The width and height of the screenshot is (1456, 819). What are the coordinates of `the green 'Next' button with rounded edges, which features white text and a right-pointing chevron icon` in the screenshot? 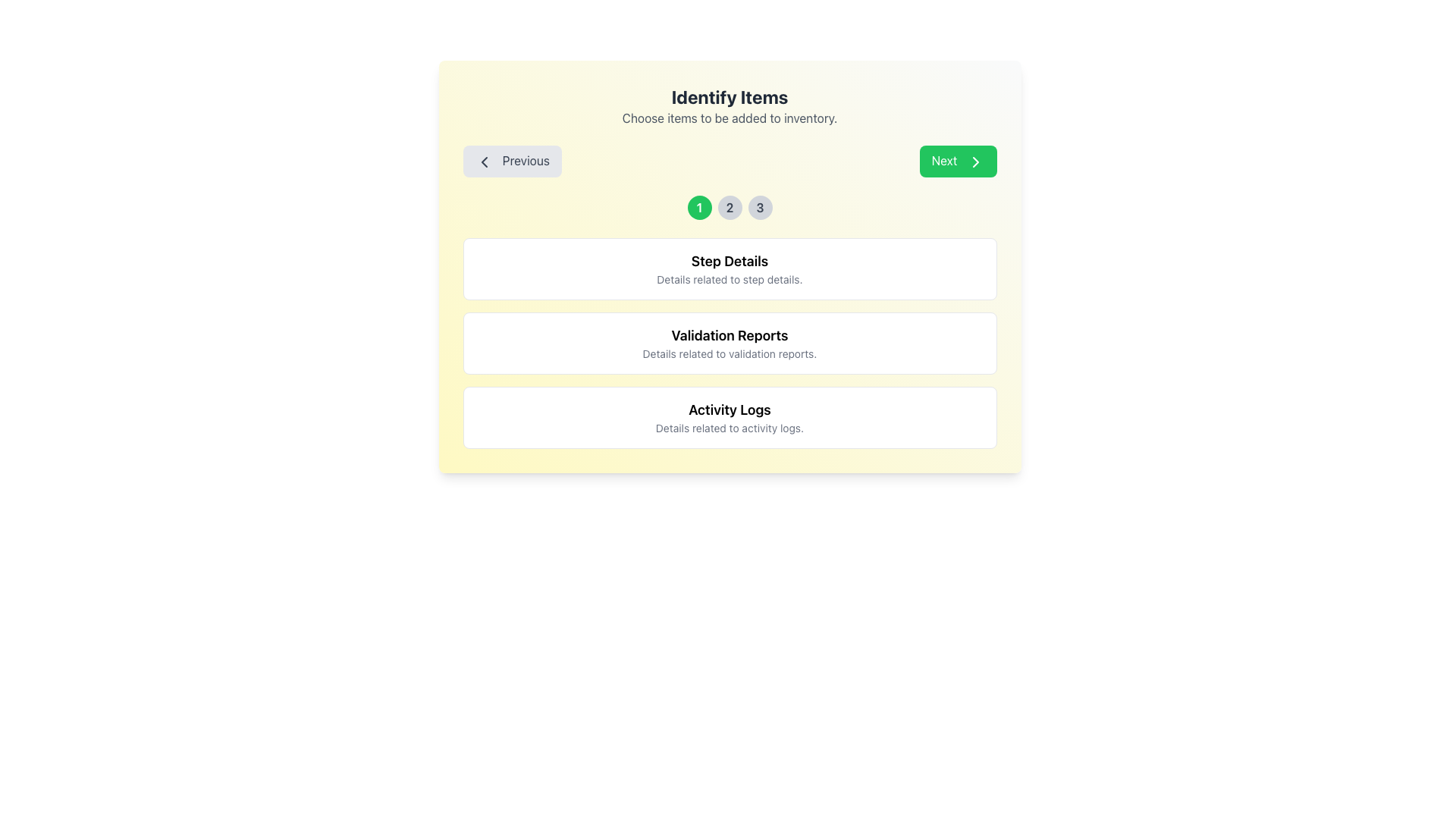 It's located at (957, 161).